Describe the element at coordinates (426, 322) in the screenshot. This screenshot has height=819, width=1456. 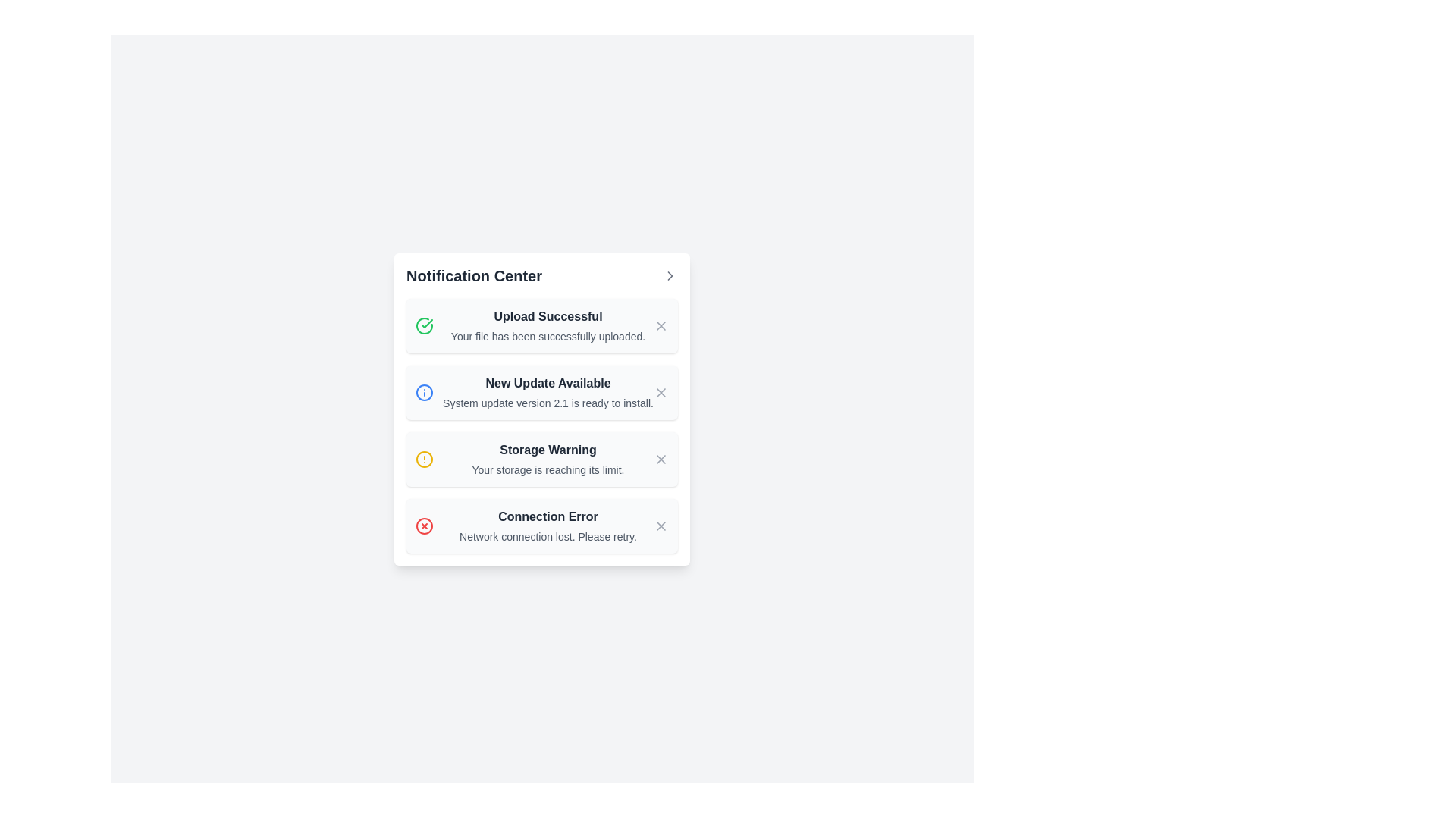
I see `the decorative icon indicating a successful action related to the 'Upload Successful' notification, located on the left side of the notification tile` at that location.